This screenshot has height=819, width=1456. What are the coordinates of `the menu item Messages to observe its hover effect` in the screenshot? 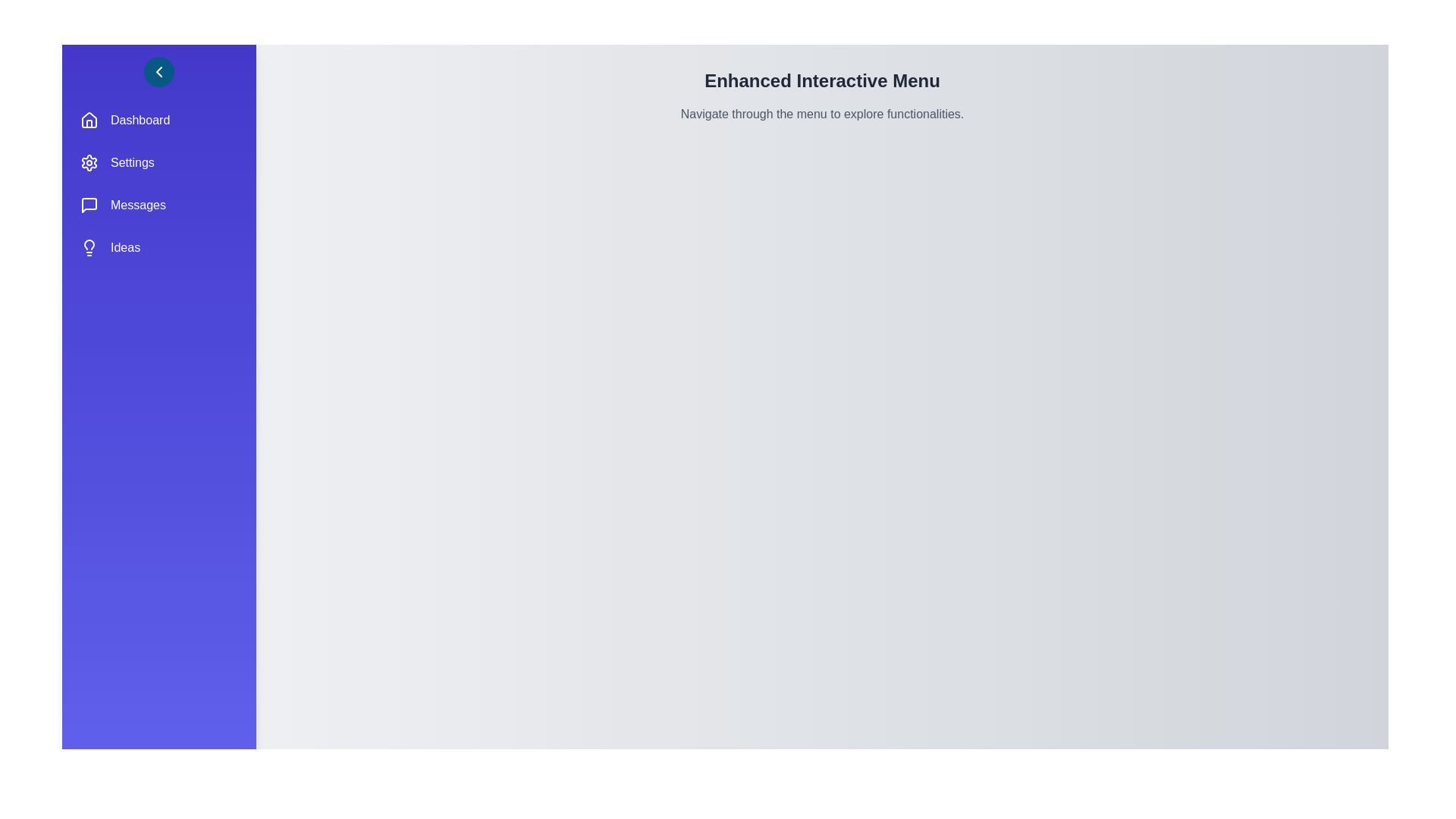 It's located at (159, 205).